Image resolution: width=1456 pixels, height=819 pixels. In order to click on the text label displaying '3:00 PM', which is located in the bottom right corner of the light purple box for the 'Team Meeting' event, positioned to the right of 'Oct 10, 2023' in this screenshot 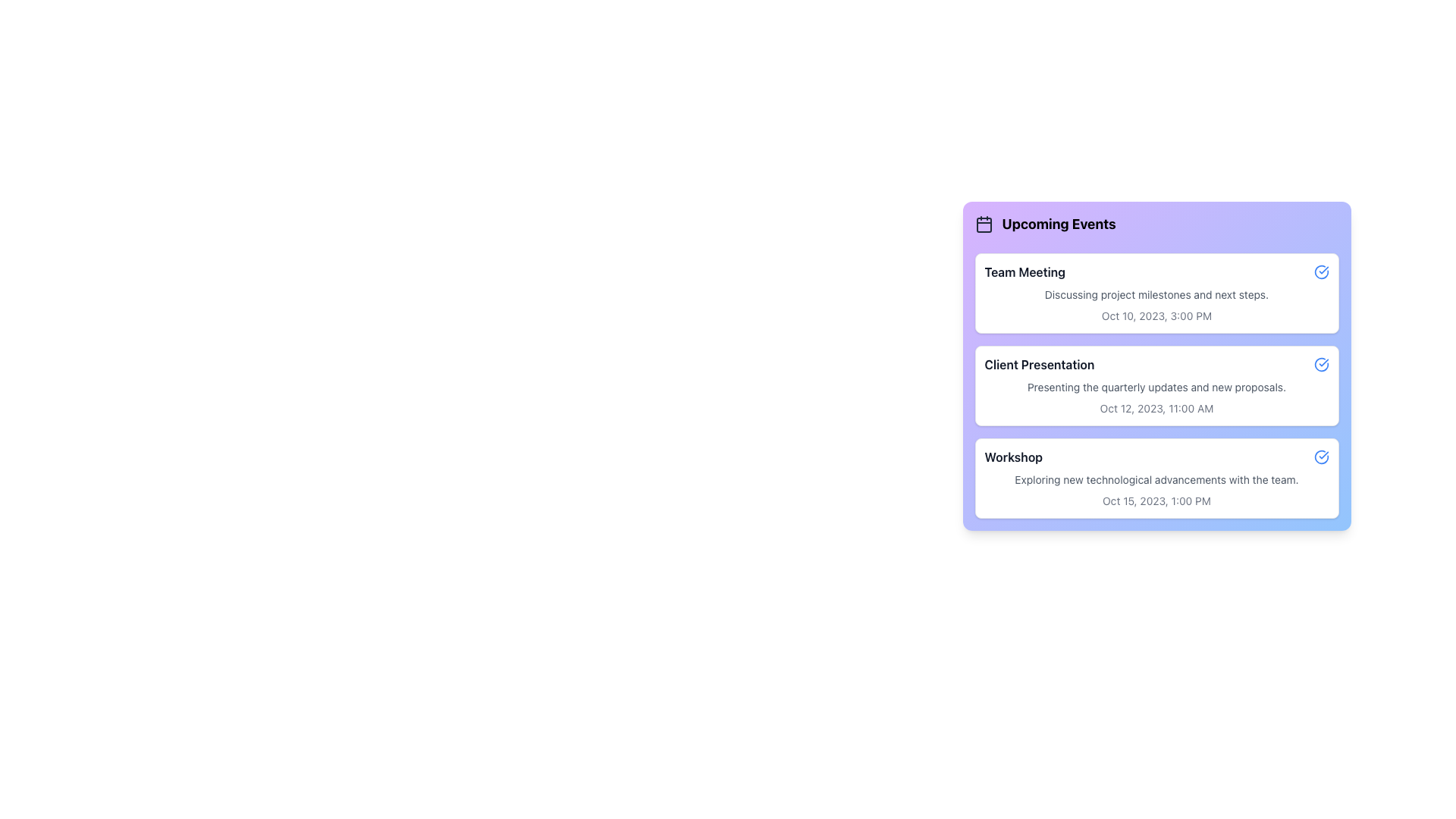, I will do `click(1190, 315)`.